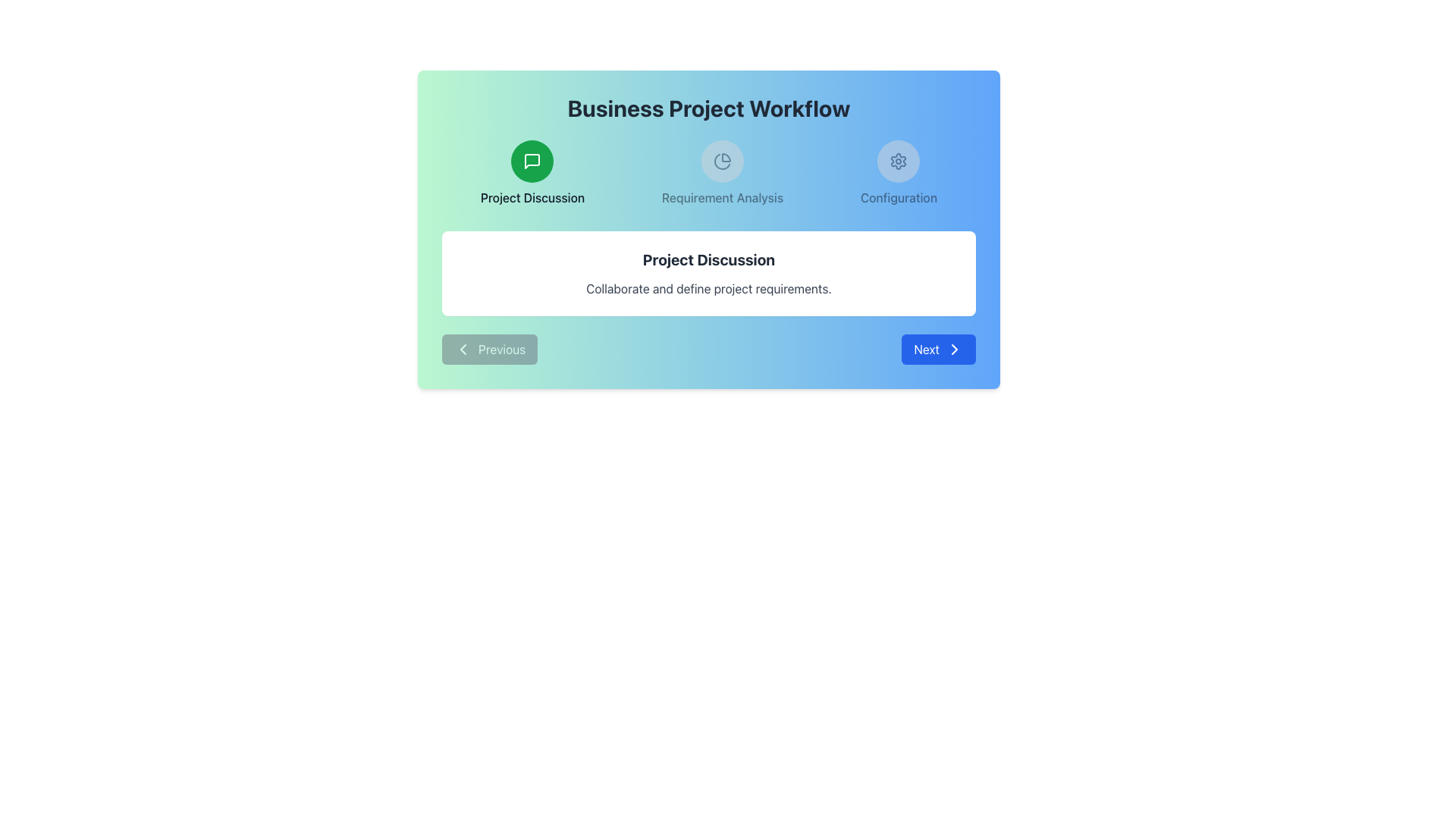 The width and height of the screenshot is (1456, 819). I want to click on the text label that serves as a descriptor for a configuration or settings step, located in the upper-right section of the interface, beneath the gear icon, so click(899, 197).